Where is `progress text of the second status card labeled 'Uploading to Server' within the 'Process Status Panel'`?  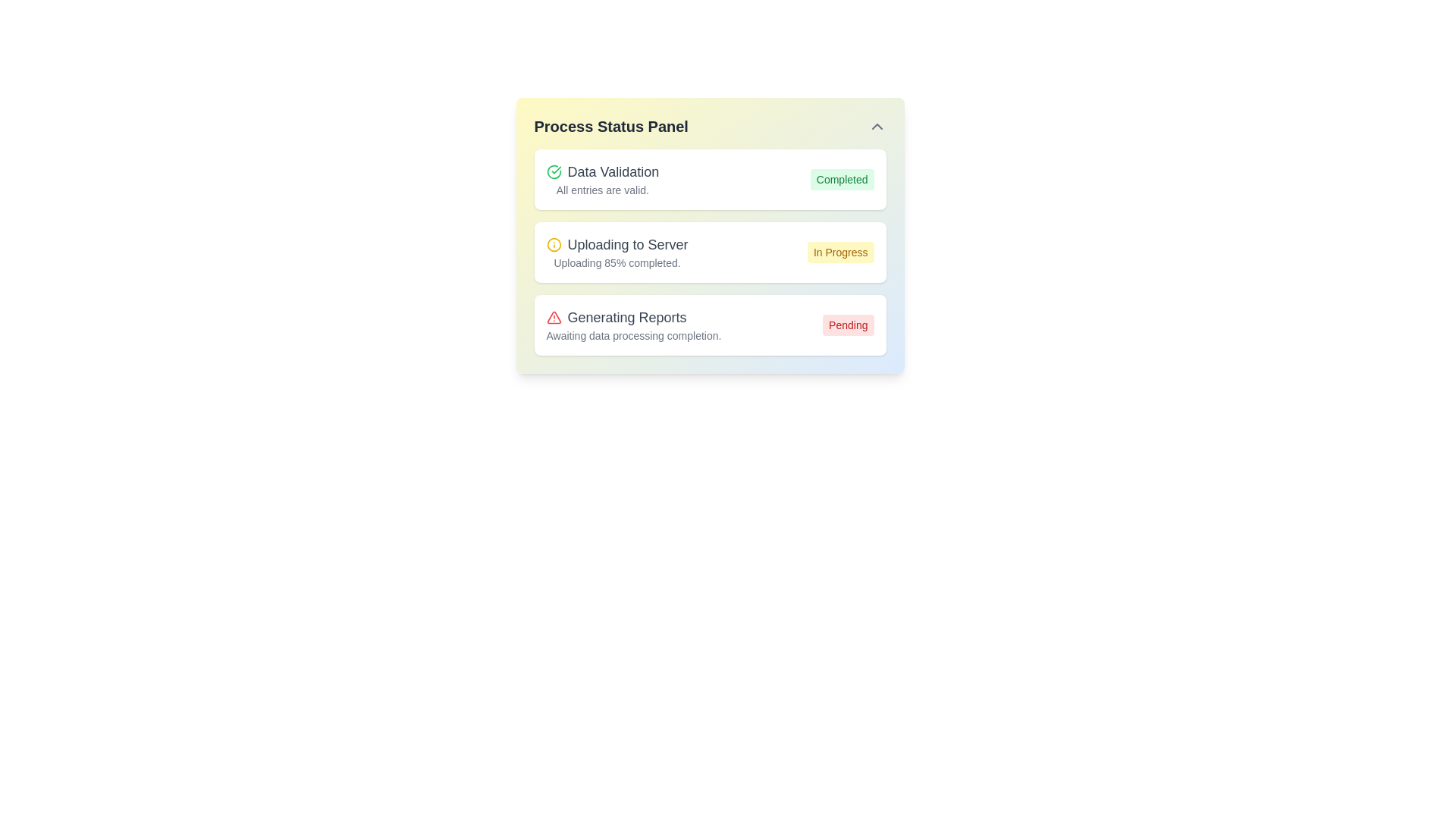 progress text of the second status card labeled 'Uploading to Server' within the 'Process Status Panel' is located at coordinates (709, 251).